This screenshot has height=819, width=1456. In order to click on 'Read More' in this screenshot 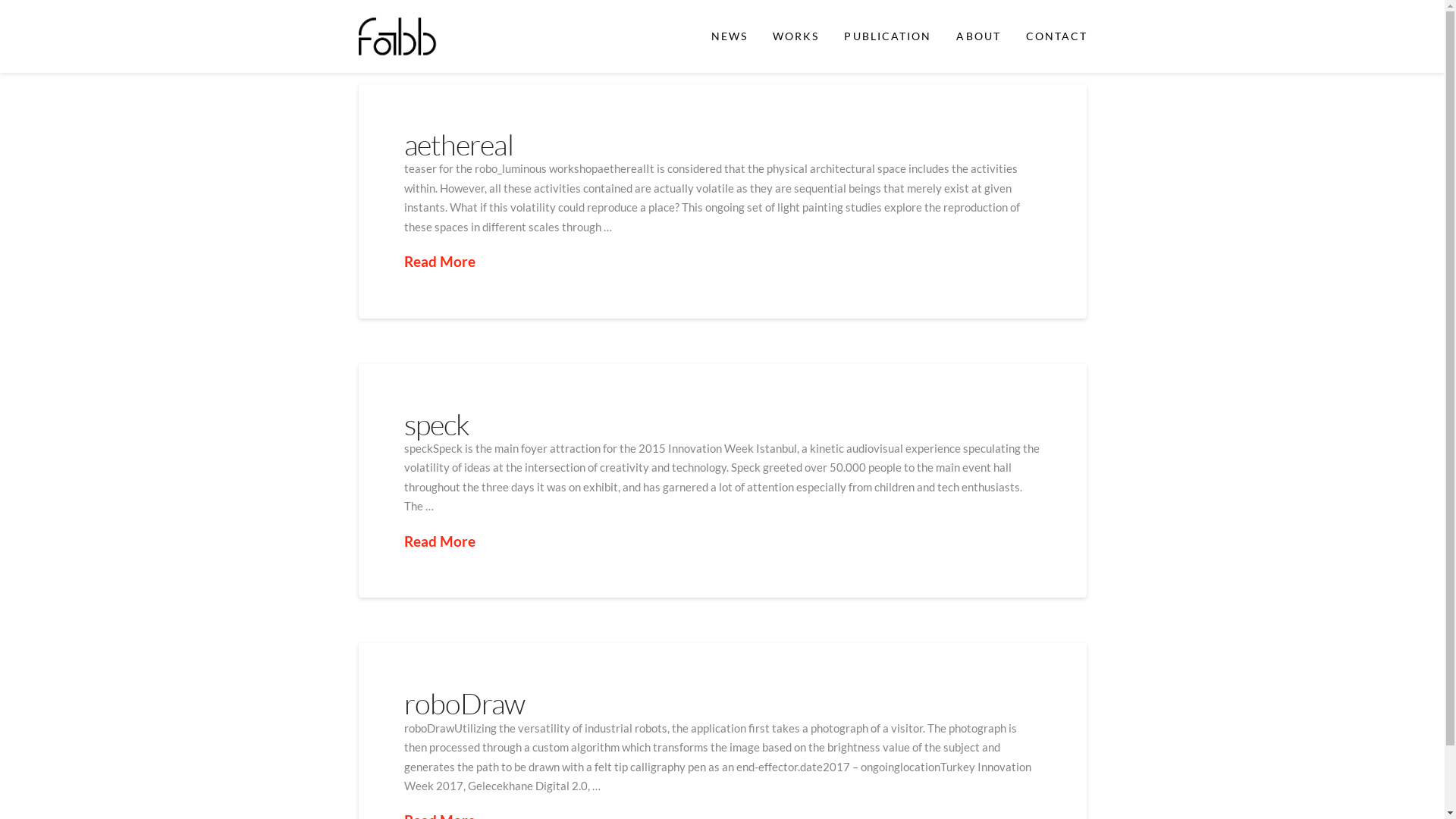, I will do `click(403, 541)`.